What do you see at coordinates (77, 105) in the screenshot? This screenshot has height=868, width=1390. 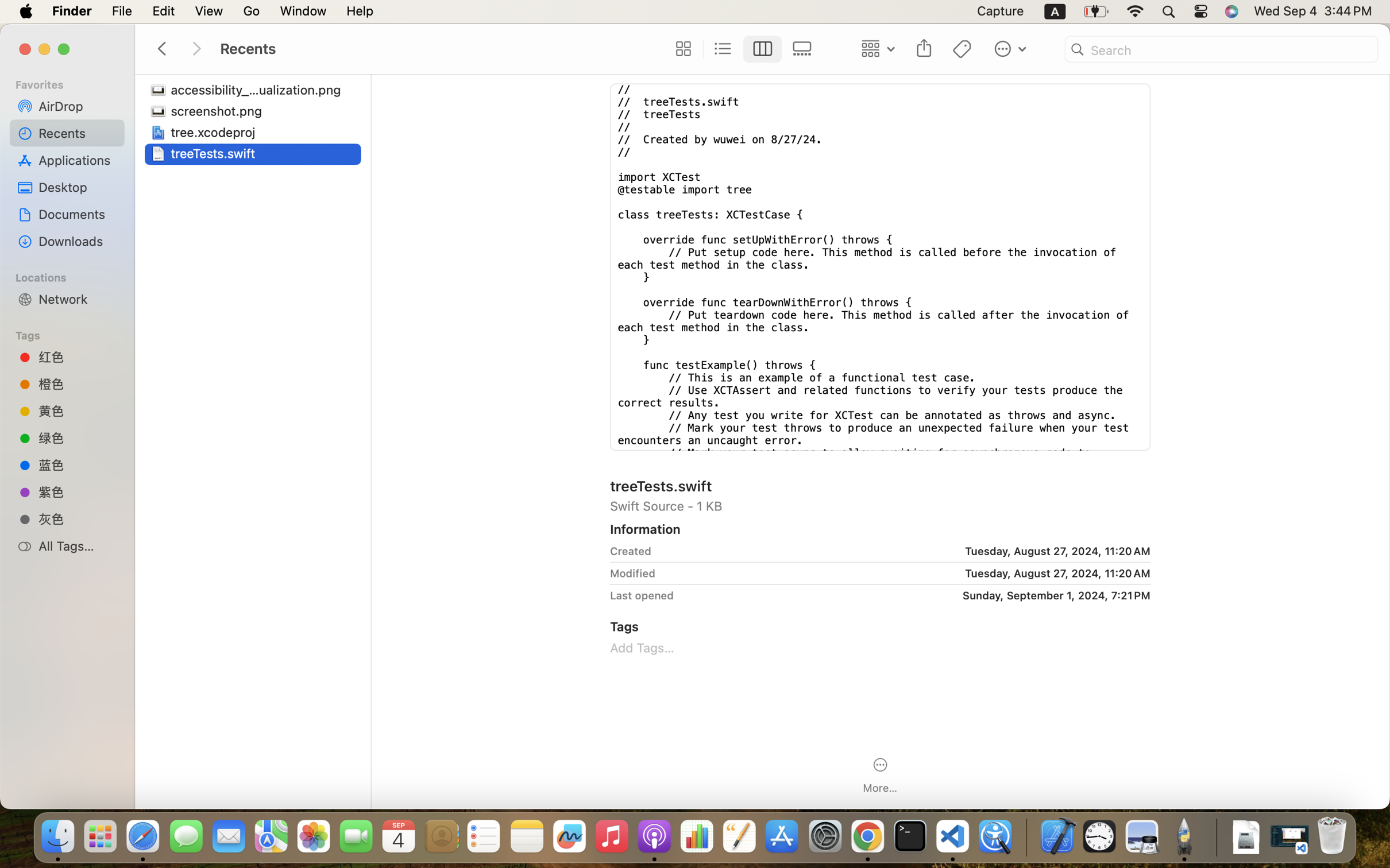 I see `'AirDrop'` at bounding box center [77, 105].